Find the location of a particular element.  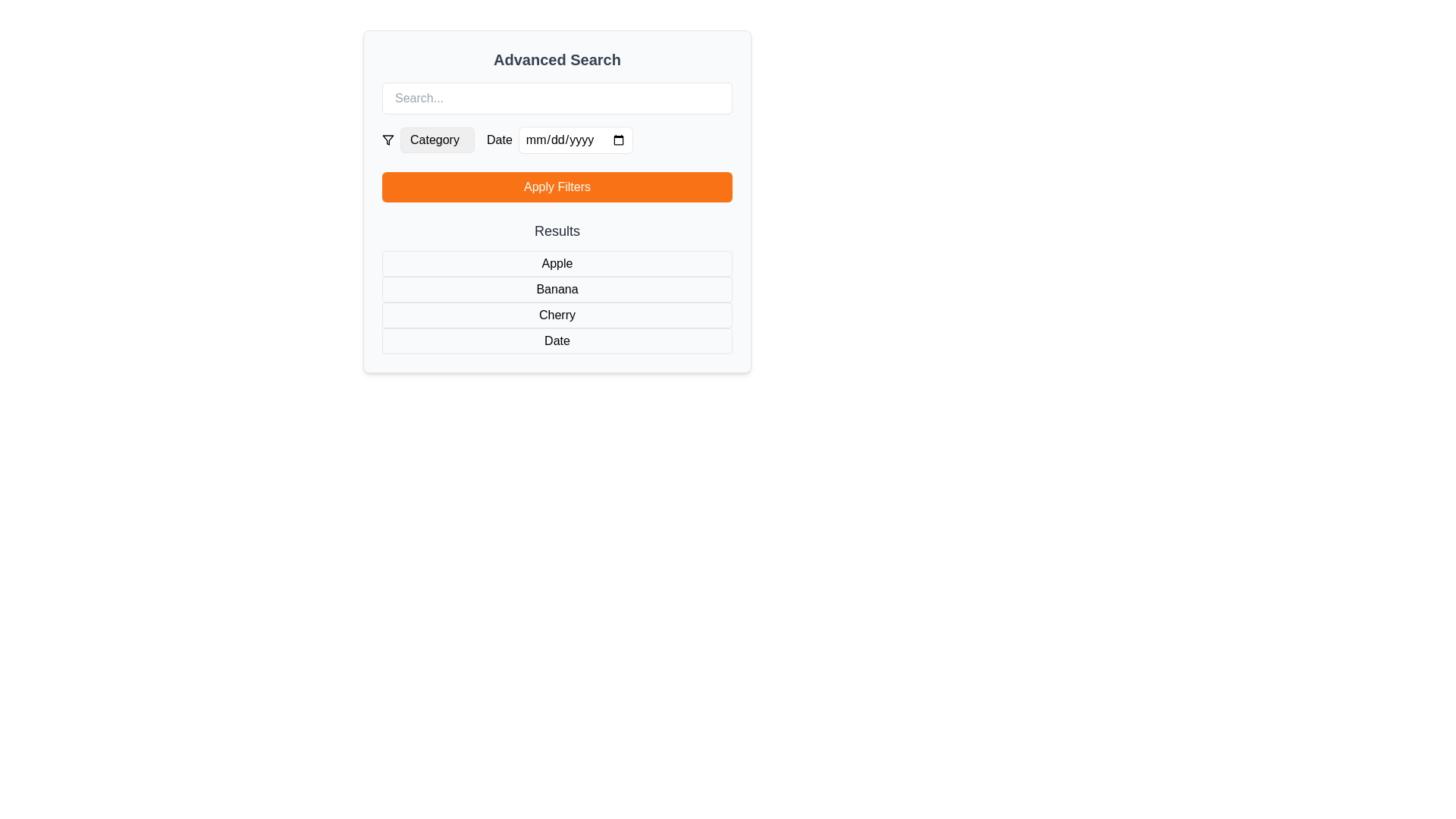

the filter funnel icon located to the left of the 'Category' text and dropdown input is located at coordinates (388, 140).